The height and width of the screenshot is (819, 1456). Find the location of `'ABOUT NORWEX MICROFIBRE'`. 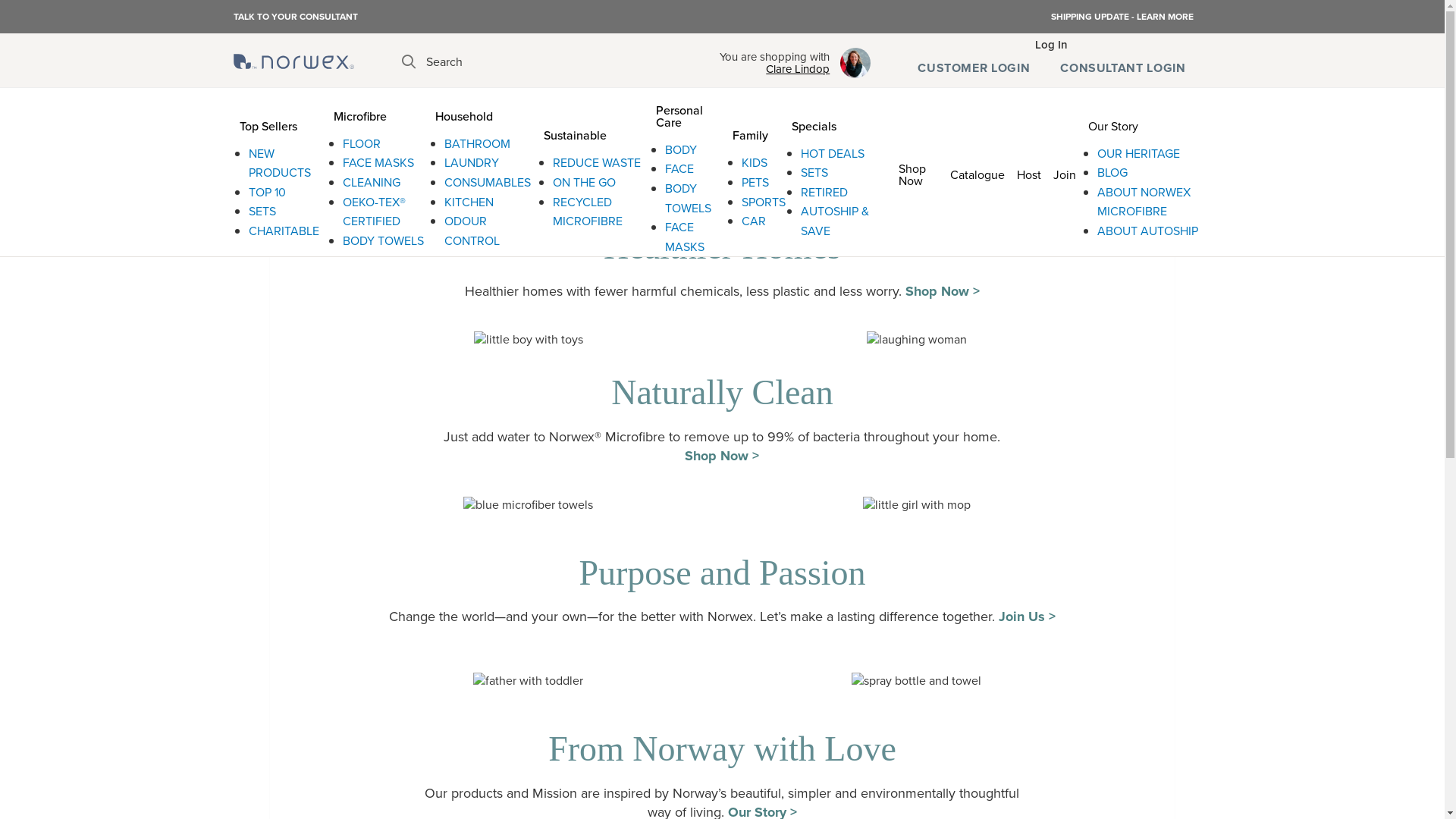

'ABOUT NORWEX MICROFIBRE' is located at coordinates (1097, 201).